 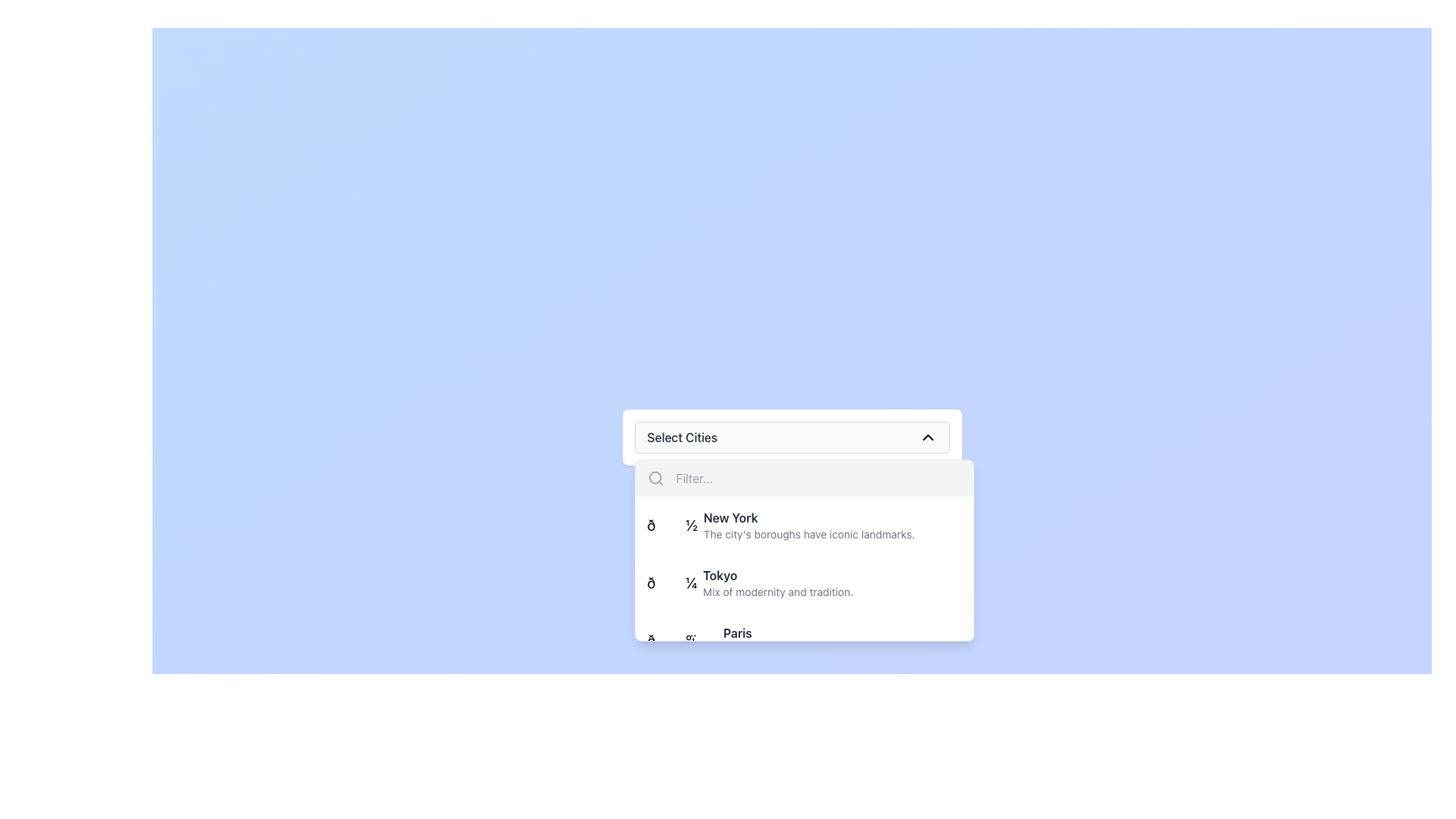 I want to click on the text 'Paris' in bold, dark-gray font located in the dropdown menu, so click(x=780, y=632).